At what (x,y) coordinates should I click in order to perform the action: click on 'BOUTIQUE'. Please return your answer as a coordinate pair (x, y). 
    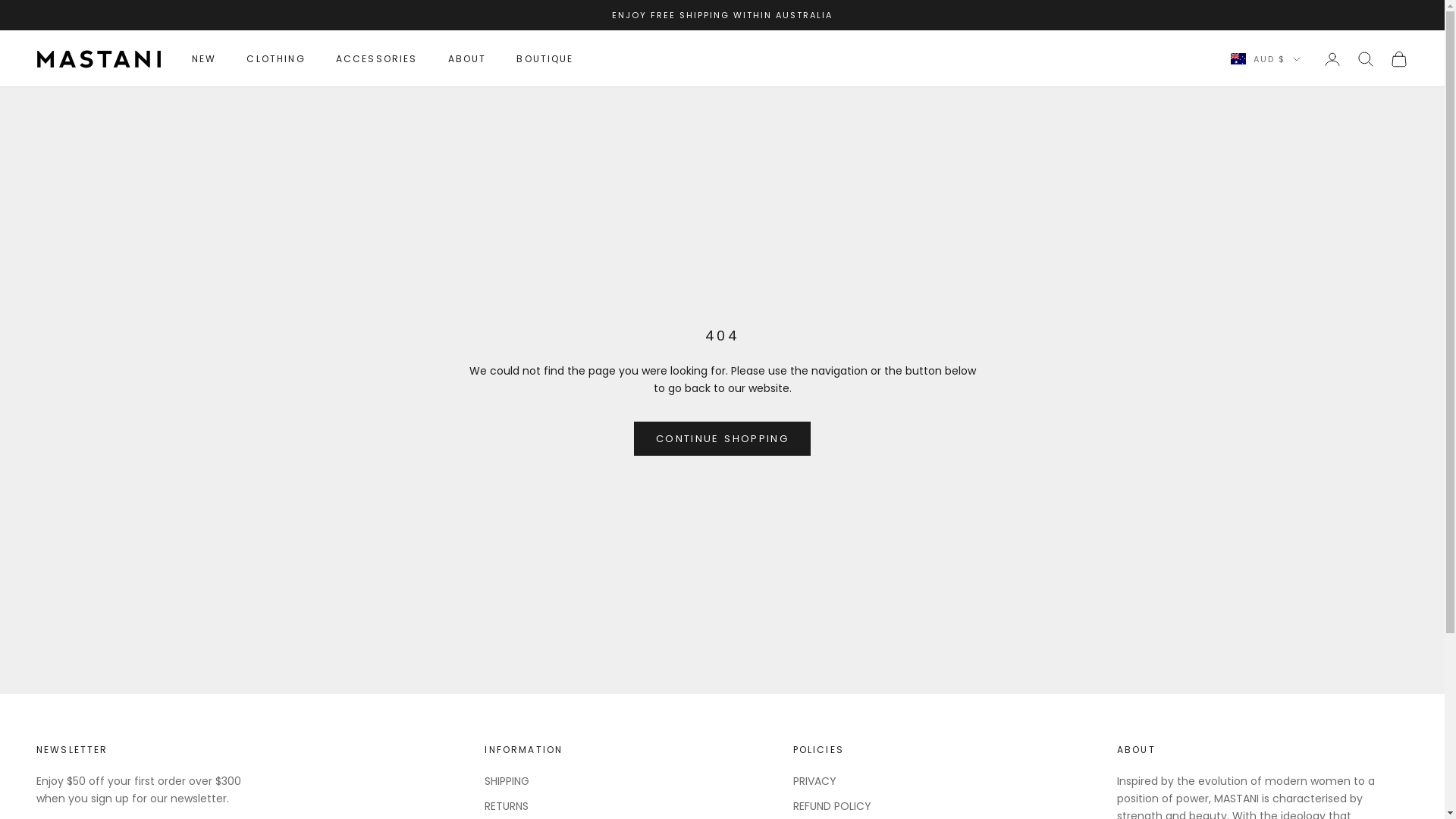
    Looking at the image, I should click on (544, 58).